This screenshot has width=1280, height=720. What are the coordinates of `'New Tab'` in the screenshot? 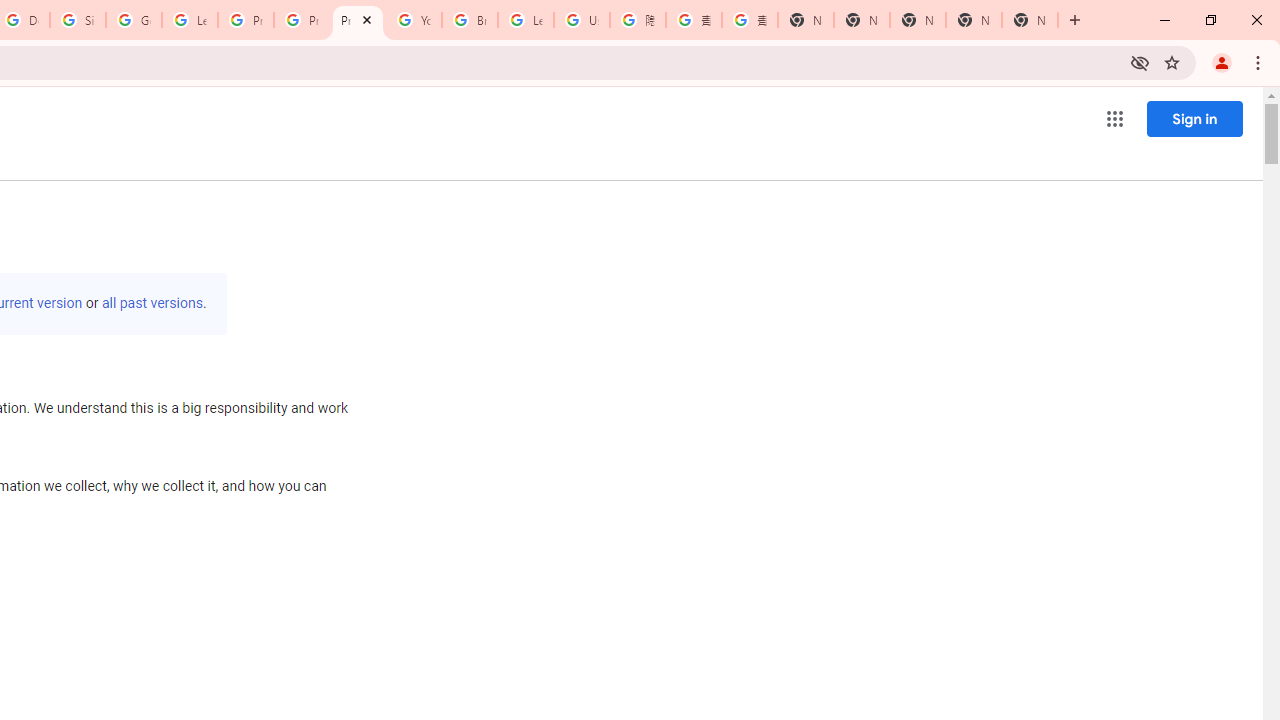 It's located at (1030, 20).